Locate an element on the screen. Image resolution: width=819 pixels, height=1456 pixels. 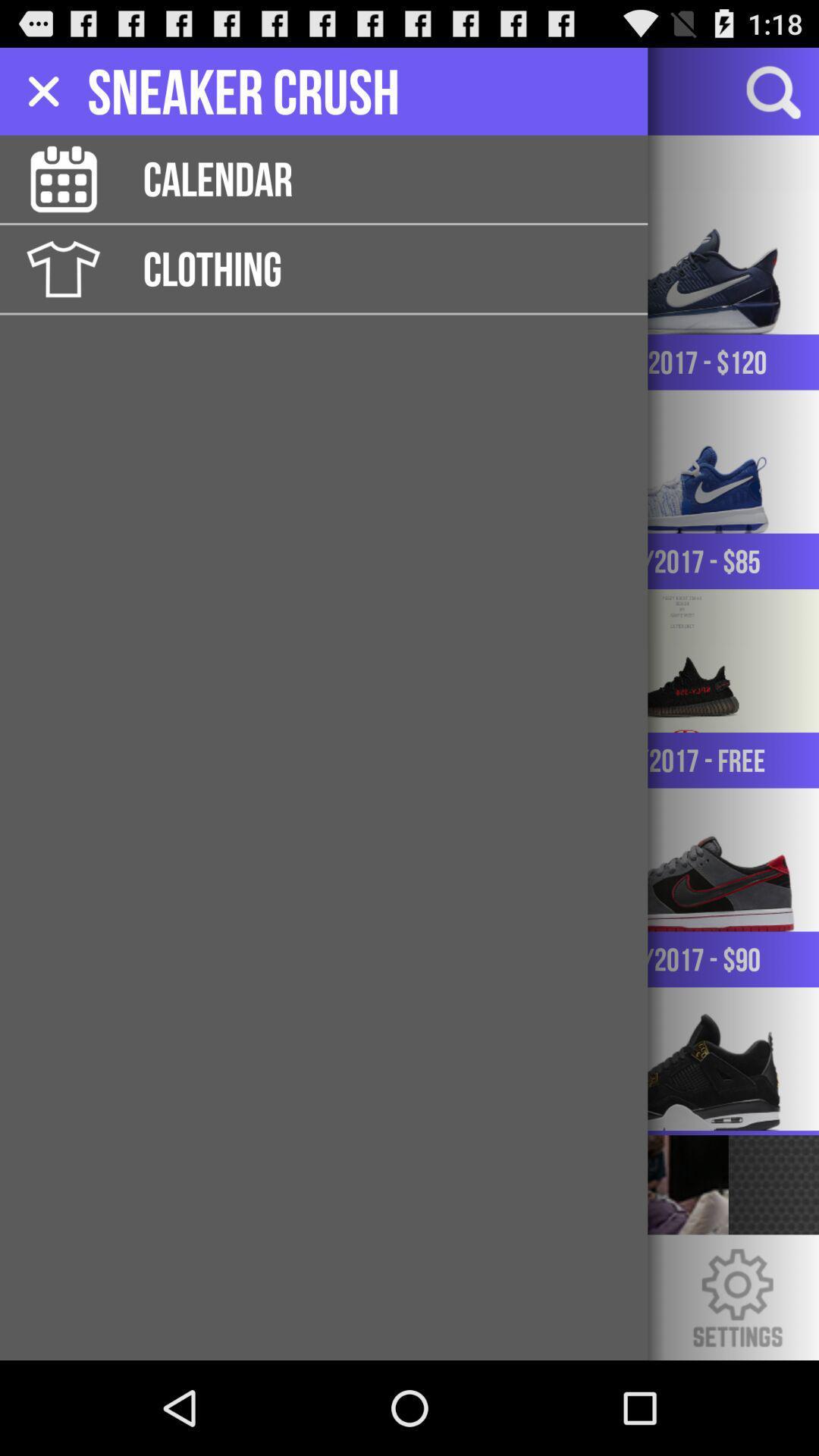
the search icon is located at coordinates (772, 97).